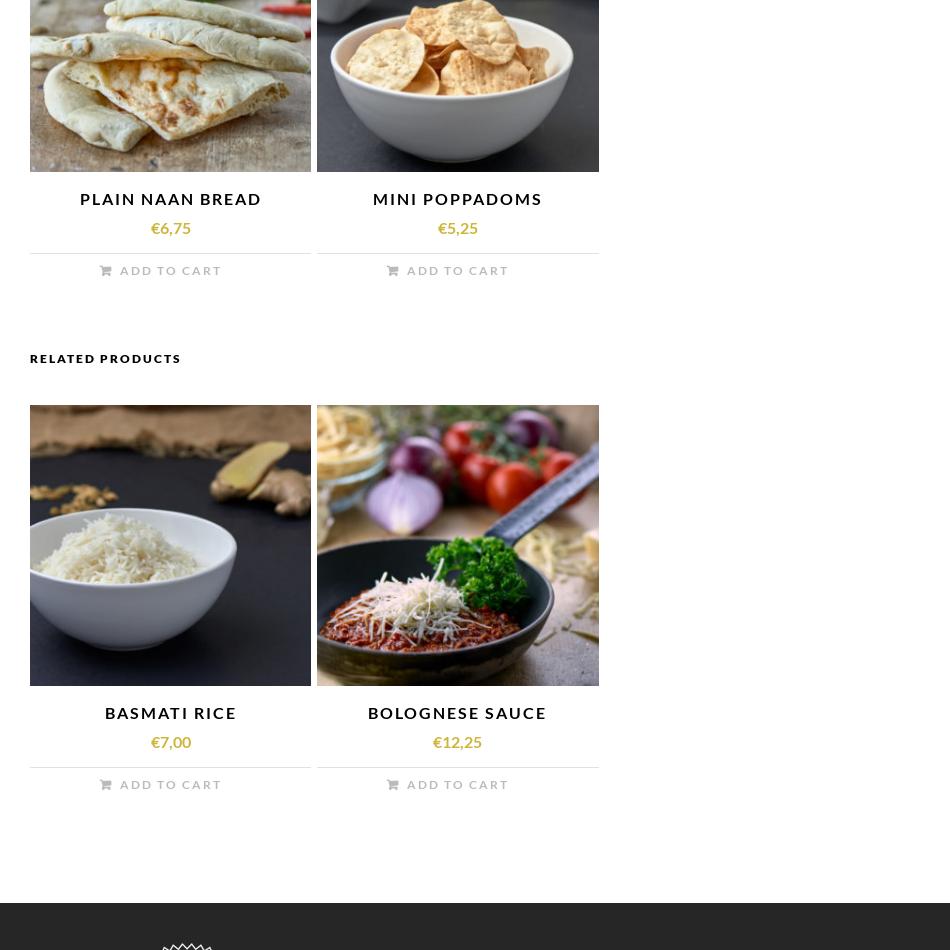 This screenshot has width=950, height=950. Describe the element at coordinates (104, 712) in the screenshot. I see `'BASMATI RICE'` at that location.